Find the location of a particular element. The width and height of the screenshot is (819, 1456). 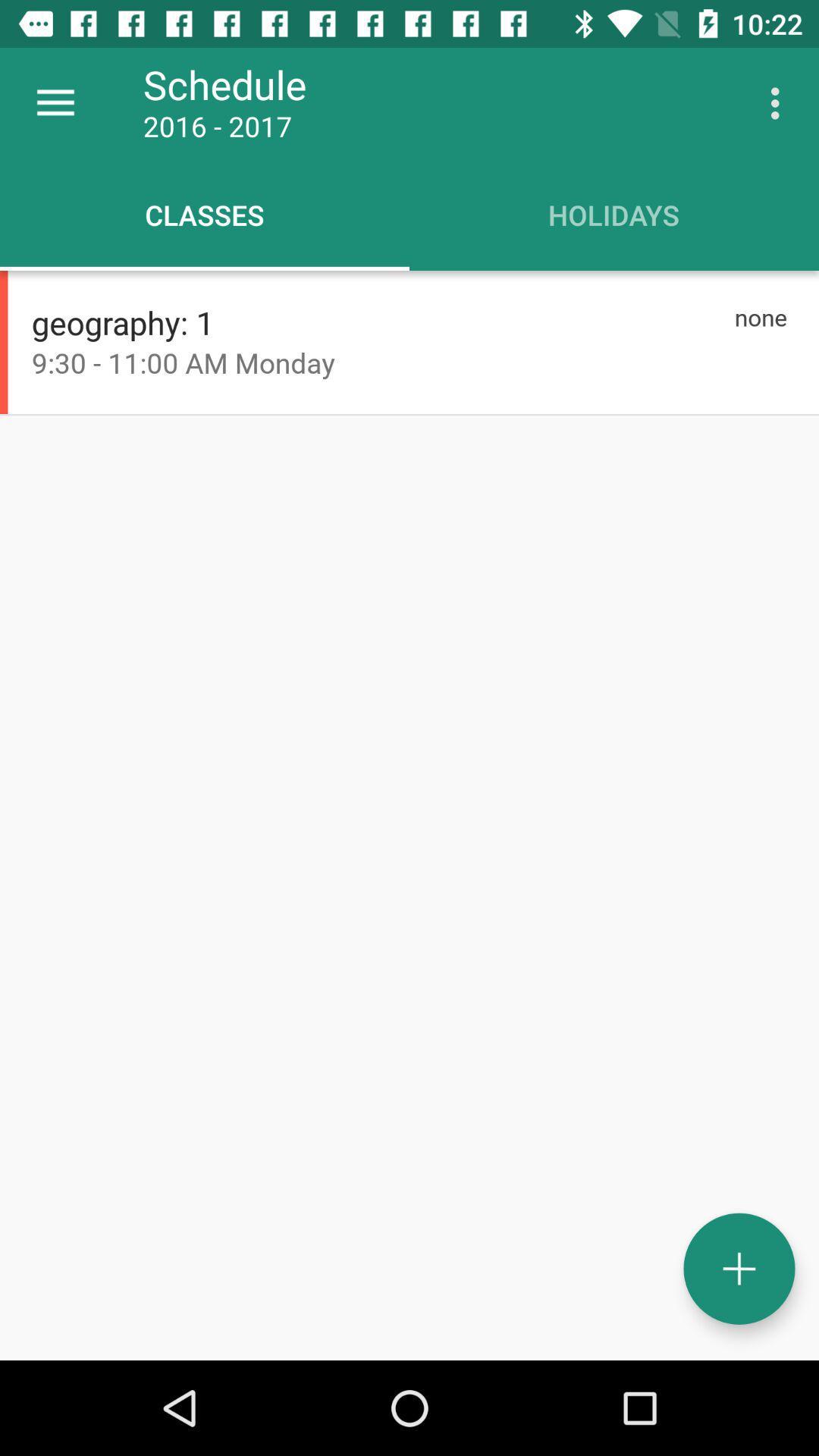

item above none item is located at coordinates (779, 102).